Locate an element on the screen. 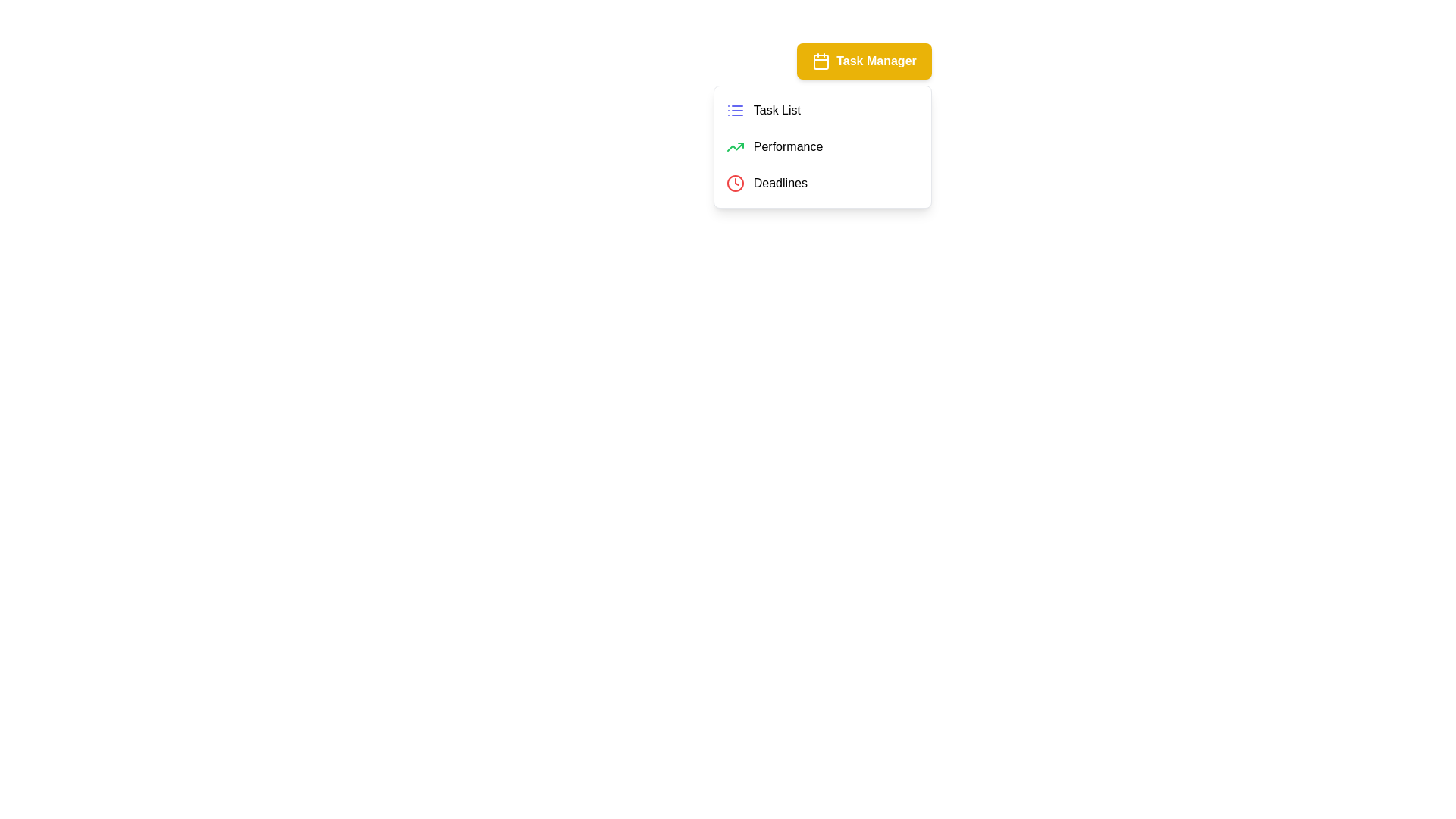 Image resolution: width=1456 pixels, height=819 pixels. the Deadlines icon in the Task Management Menu is located at coordinates (735, 183).